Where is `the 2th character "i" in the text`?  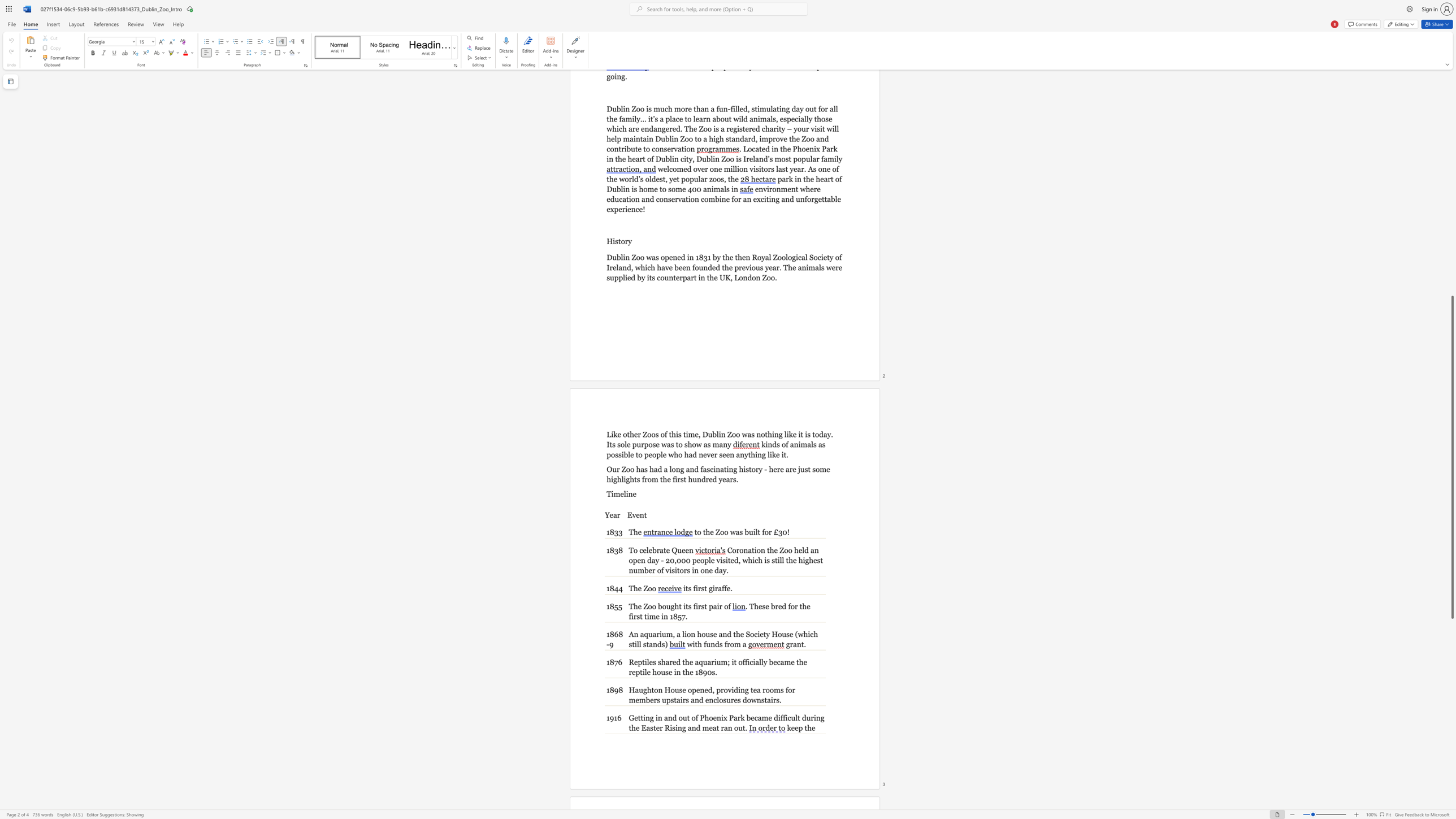 the 2th character "i" in the text is located at coordinates (677, 434).